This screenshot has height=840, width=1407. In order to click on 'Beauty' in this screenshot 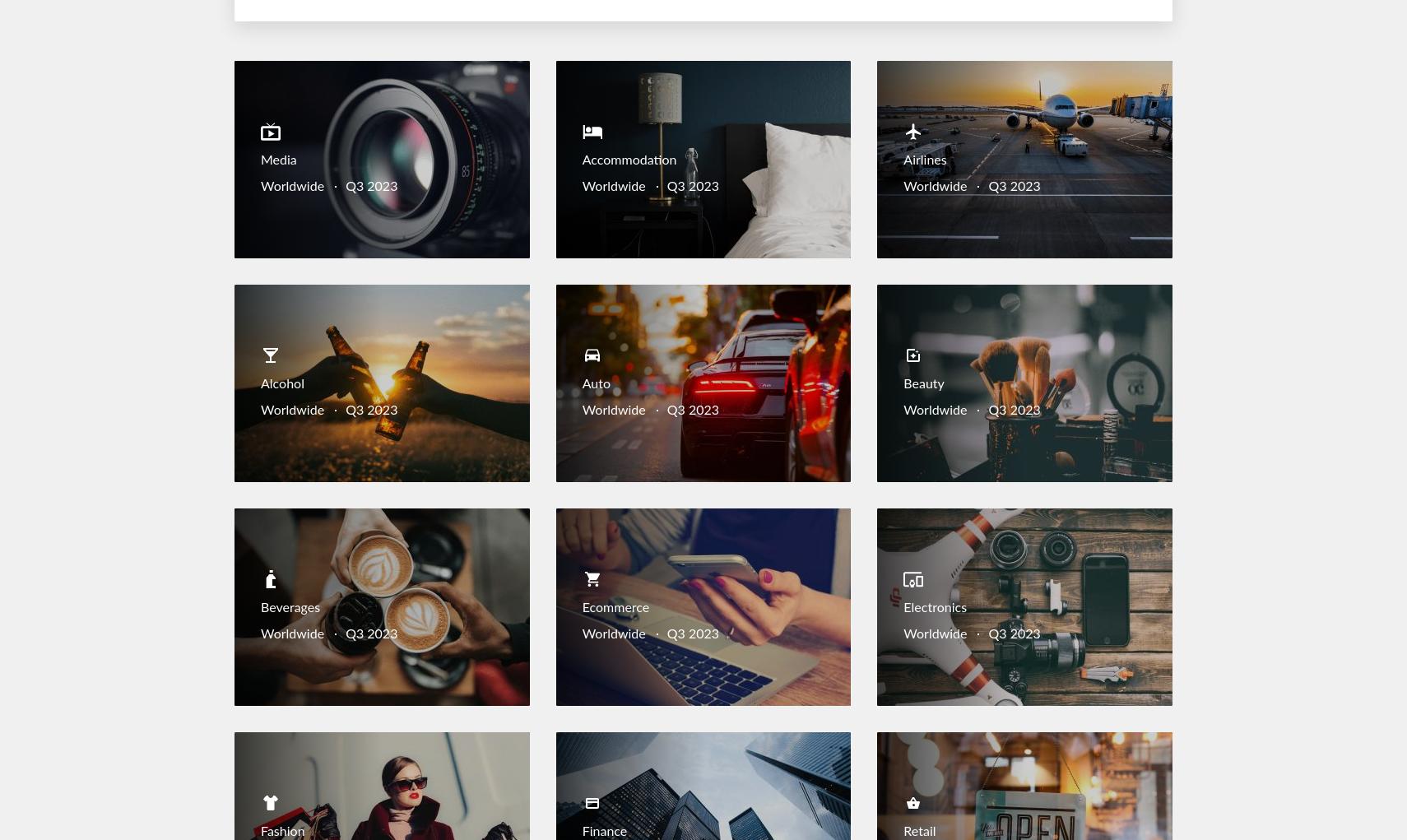, I will do `click(922, 384)`.